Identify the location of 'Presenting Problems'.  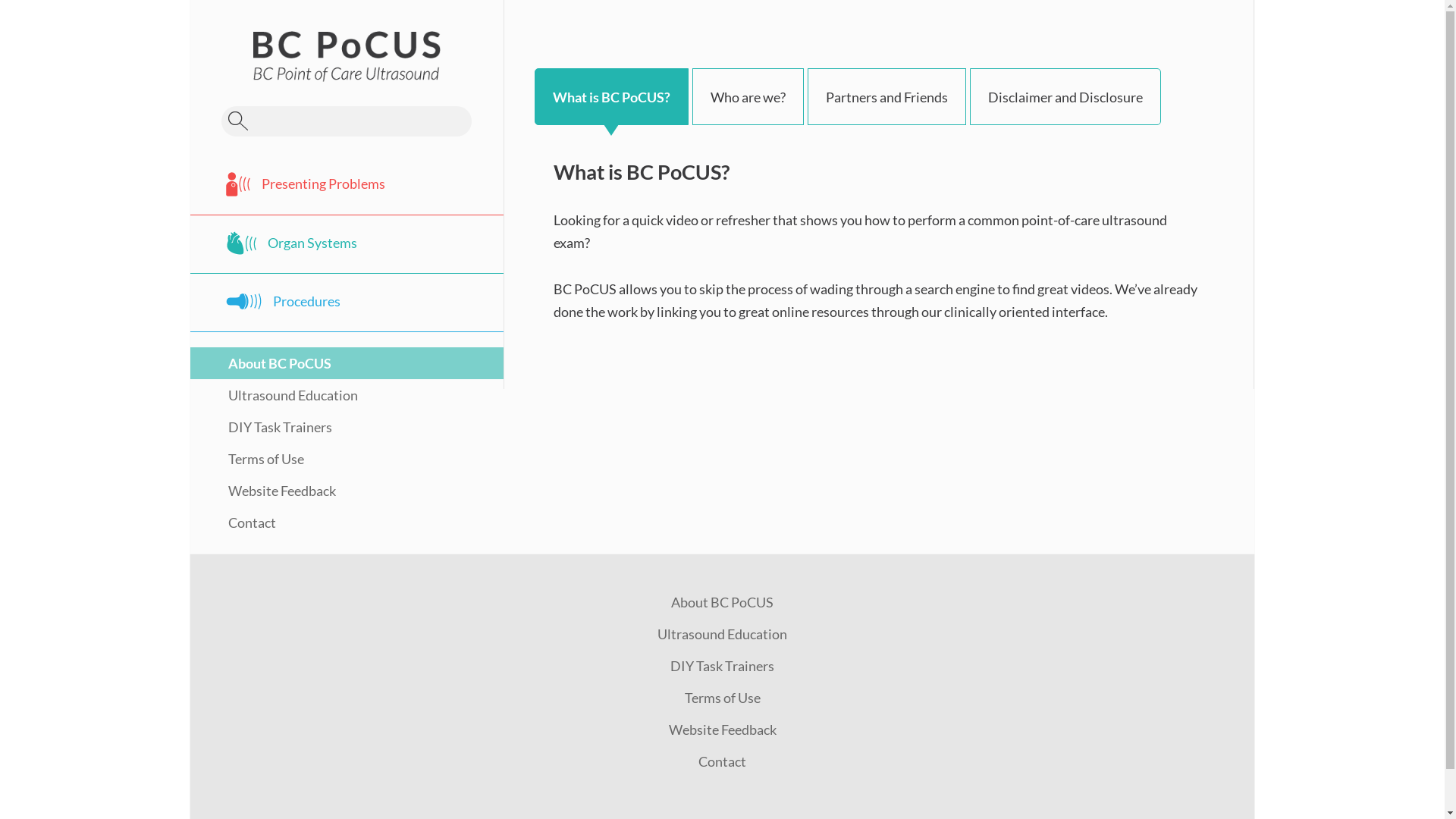
(189, 184).